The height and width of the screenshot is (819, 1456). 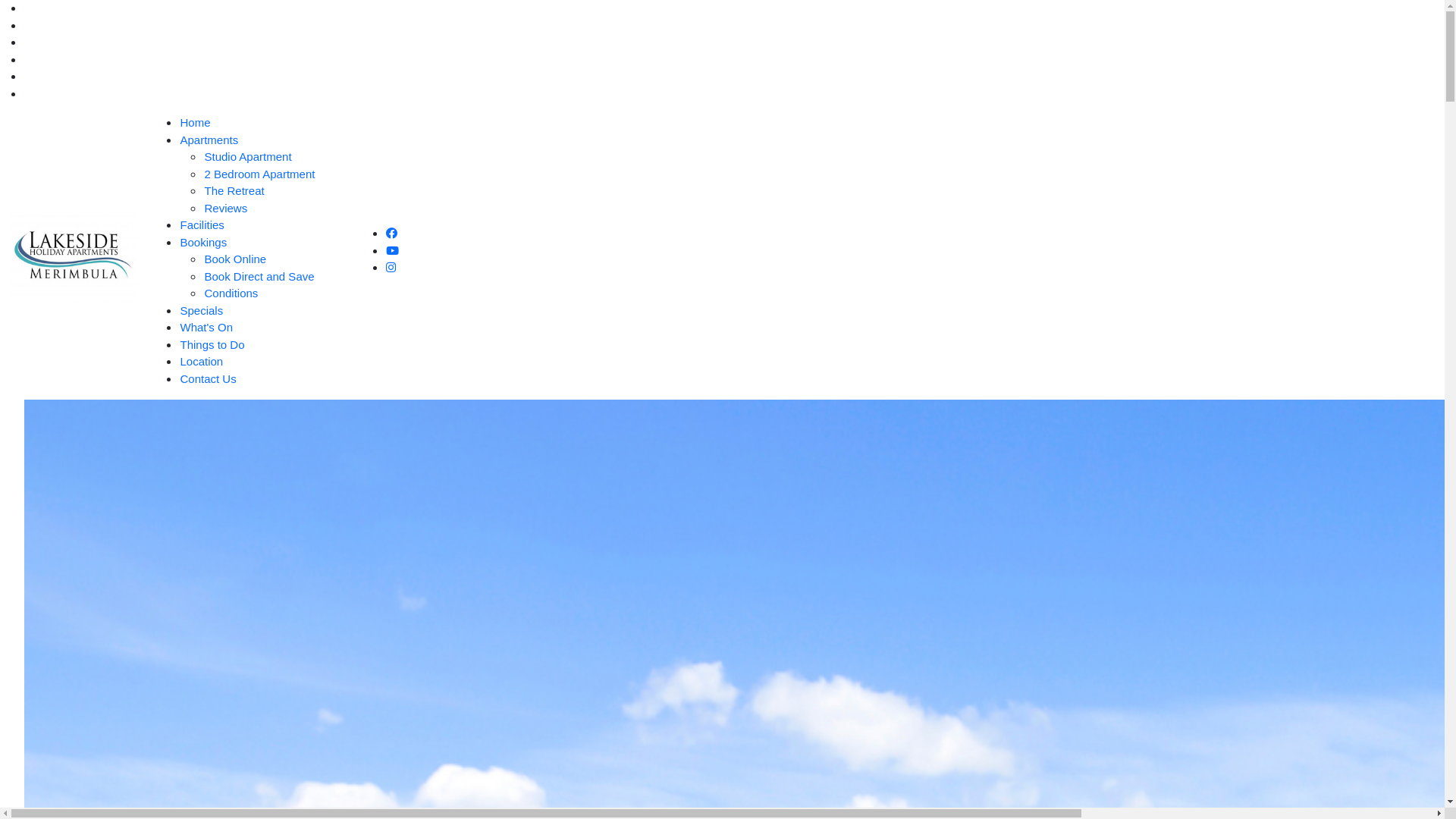 What do you see at coordinates (194, 121) in the screenshot?
I see `'Home'` at bounding box center [194, 121].